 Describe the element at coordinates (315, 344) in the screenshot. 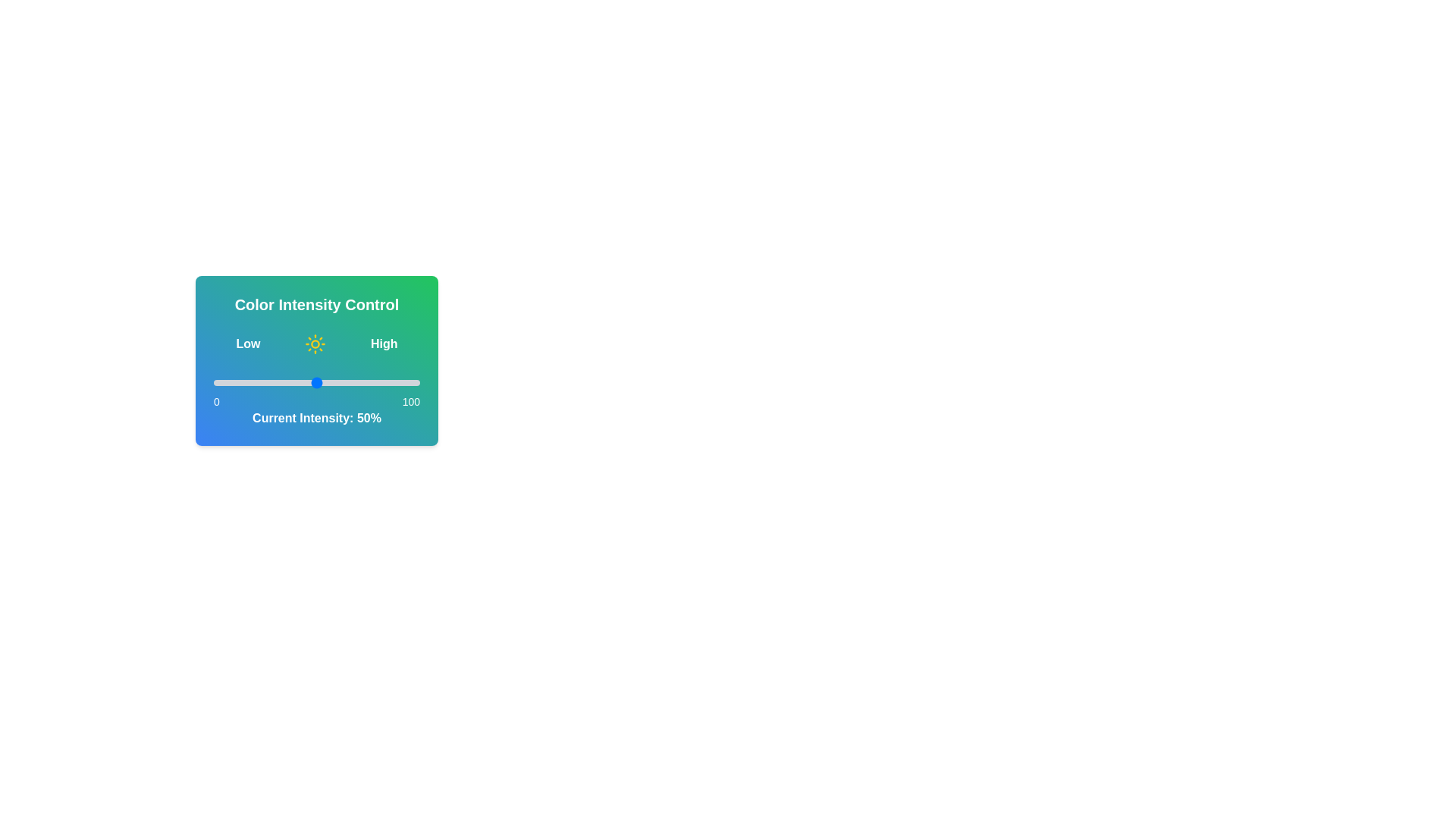

I see `the sun icon in the 'Color Intensity Control' section that indicates brightness or light intensity` at that location.